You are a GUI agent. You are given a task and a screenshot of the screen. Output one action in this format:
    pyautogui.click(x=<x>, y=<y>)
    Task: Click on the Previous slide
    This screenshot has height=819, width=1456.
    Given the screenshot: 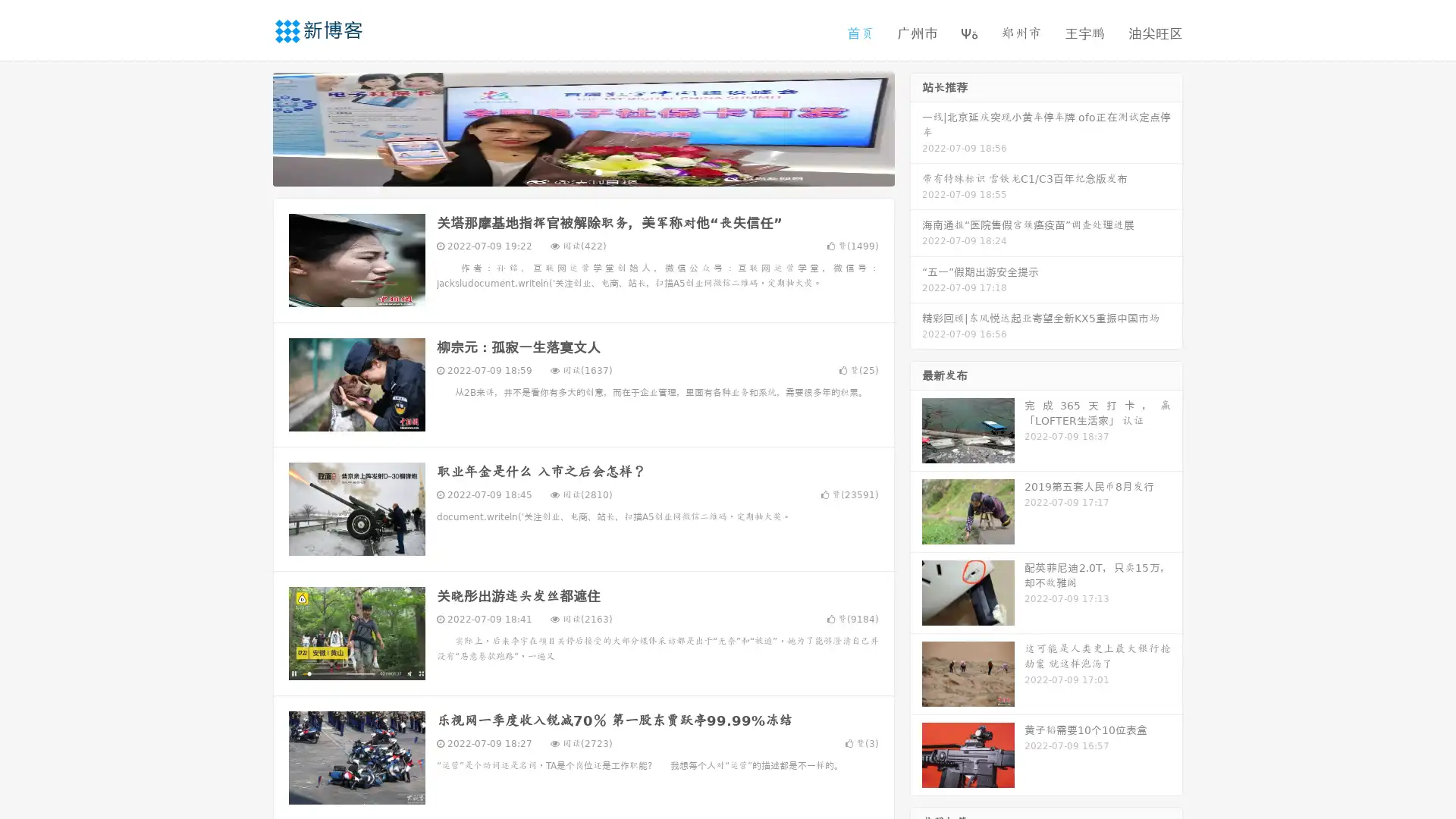 What is the action you would take?
    pyautogui.click(x=250, y=127)
    